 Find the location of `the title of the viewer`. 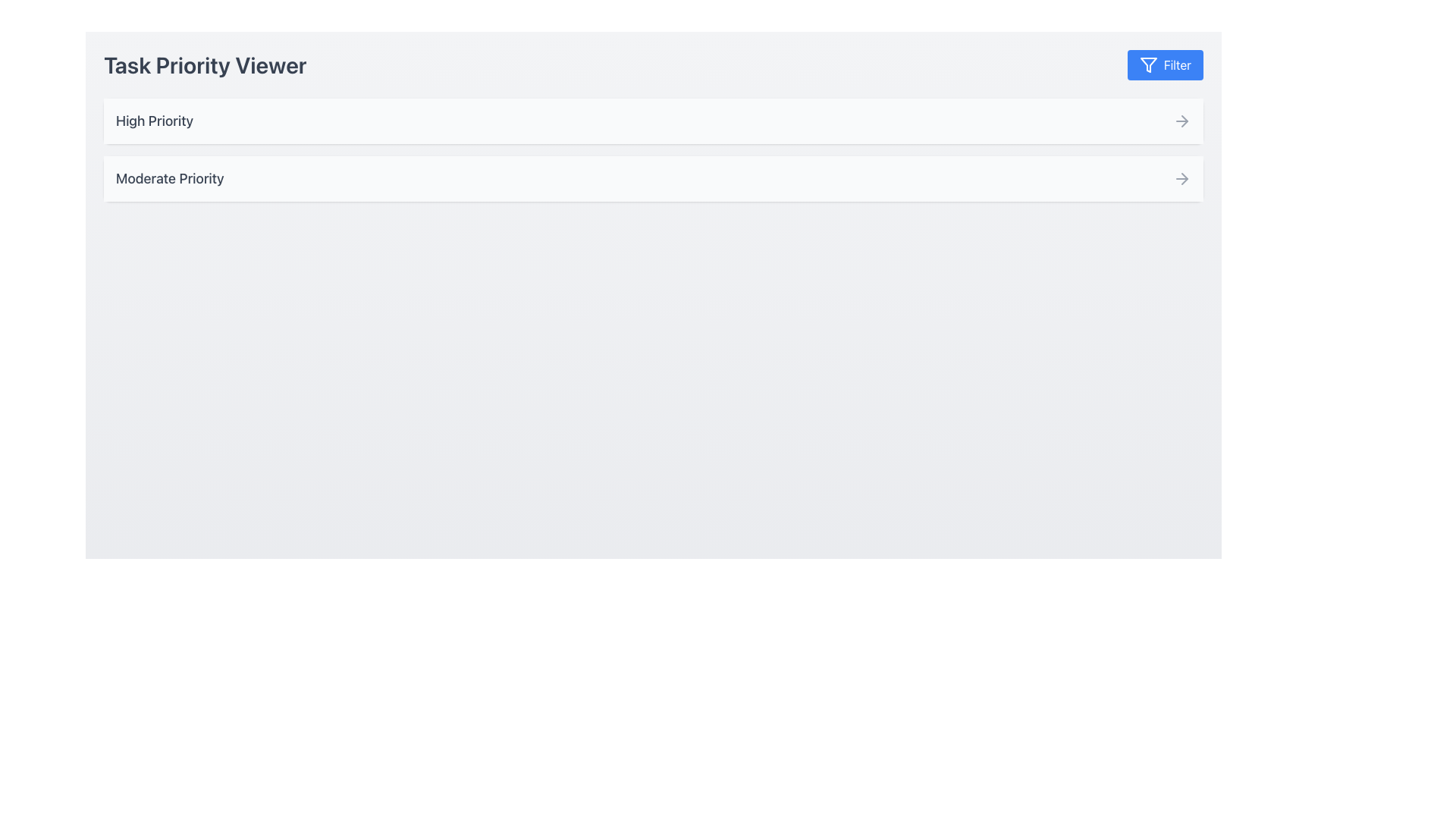

the title of the viewer is located at coordinates (654, 64).